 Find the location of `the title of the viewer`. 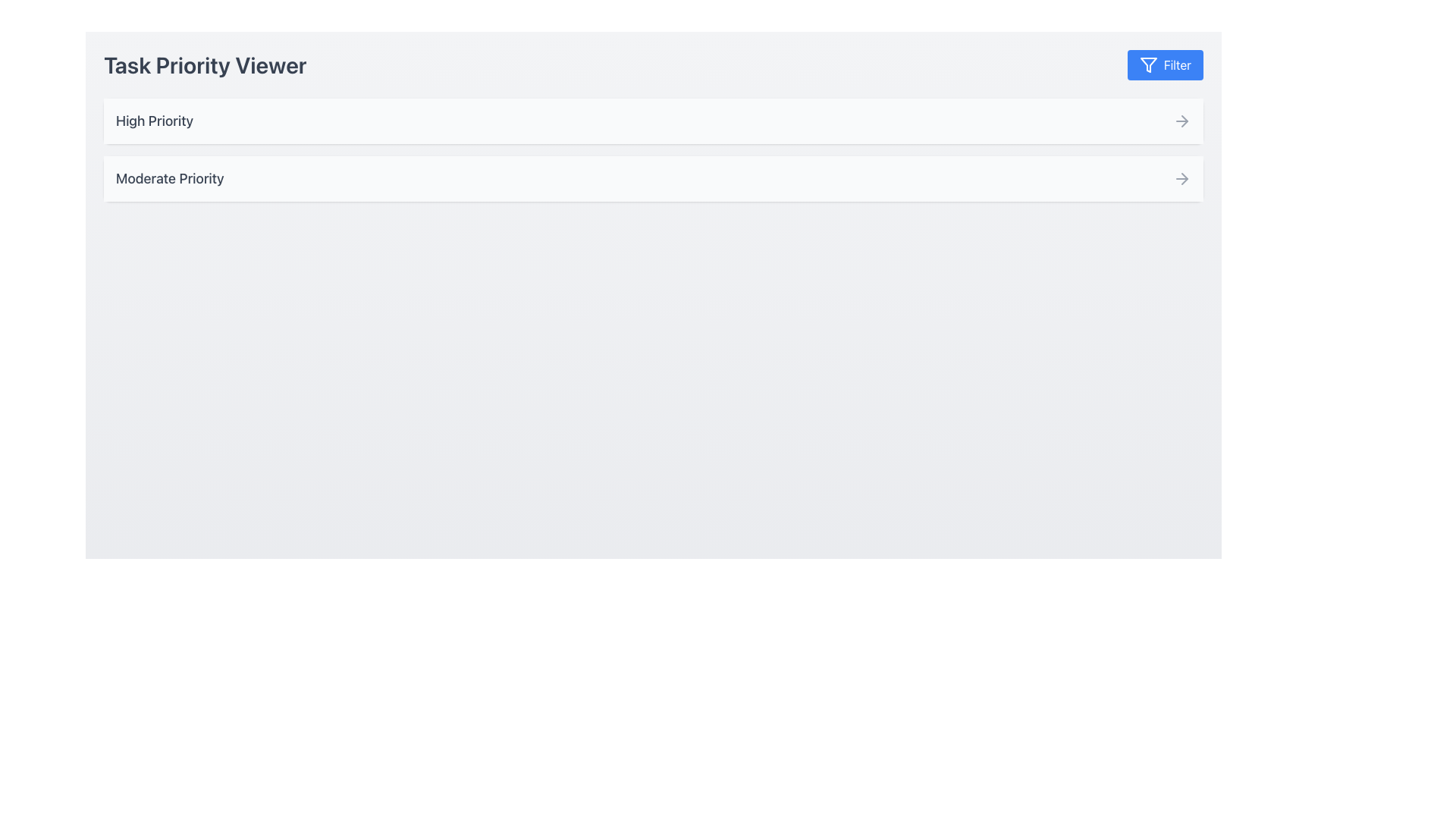

the title of the viewer is located at coordinates (654, 64).